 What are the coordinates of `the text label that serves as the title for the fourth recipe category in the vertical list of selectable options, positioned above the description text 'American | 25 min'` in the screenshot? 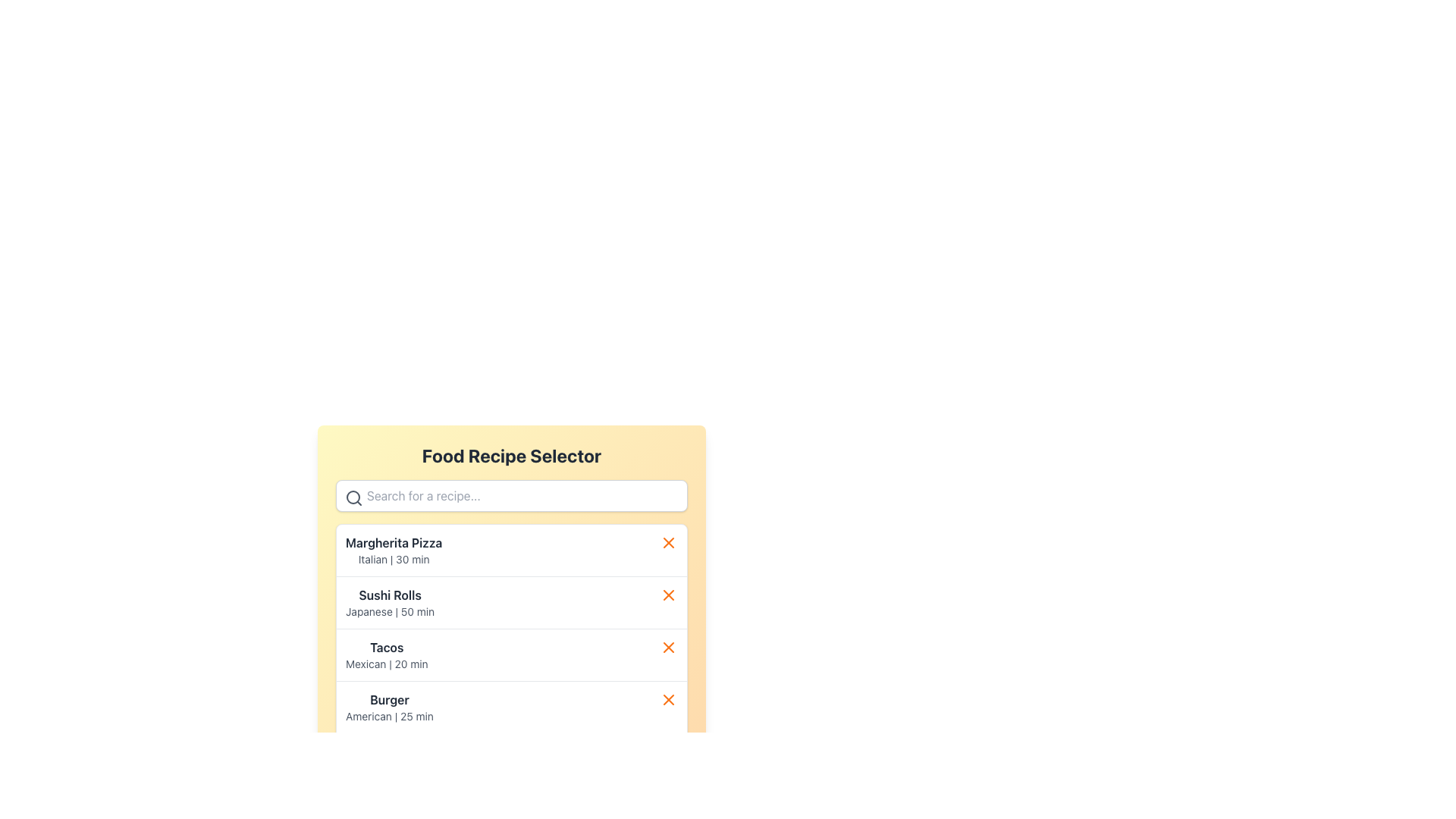 It's located at (389, 699).